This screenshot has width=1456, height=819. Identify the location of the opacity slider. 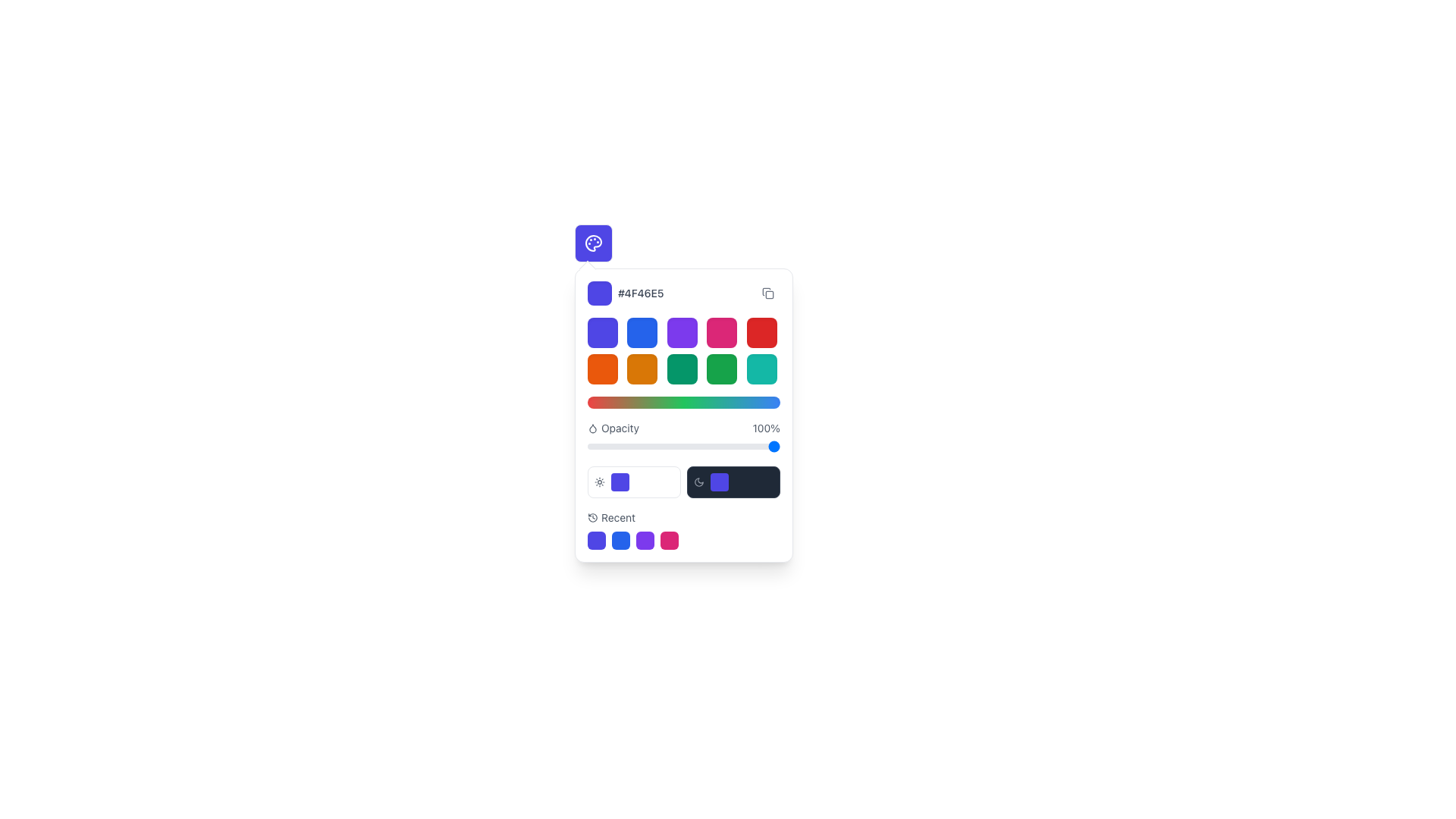
(667, 446).